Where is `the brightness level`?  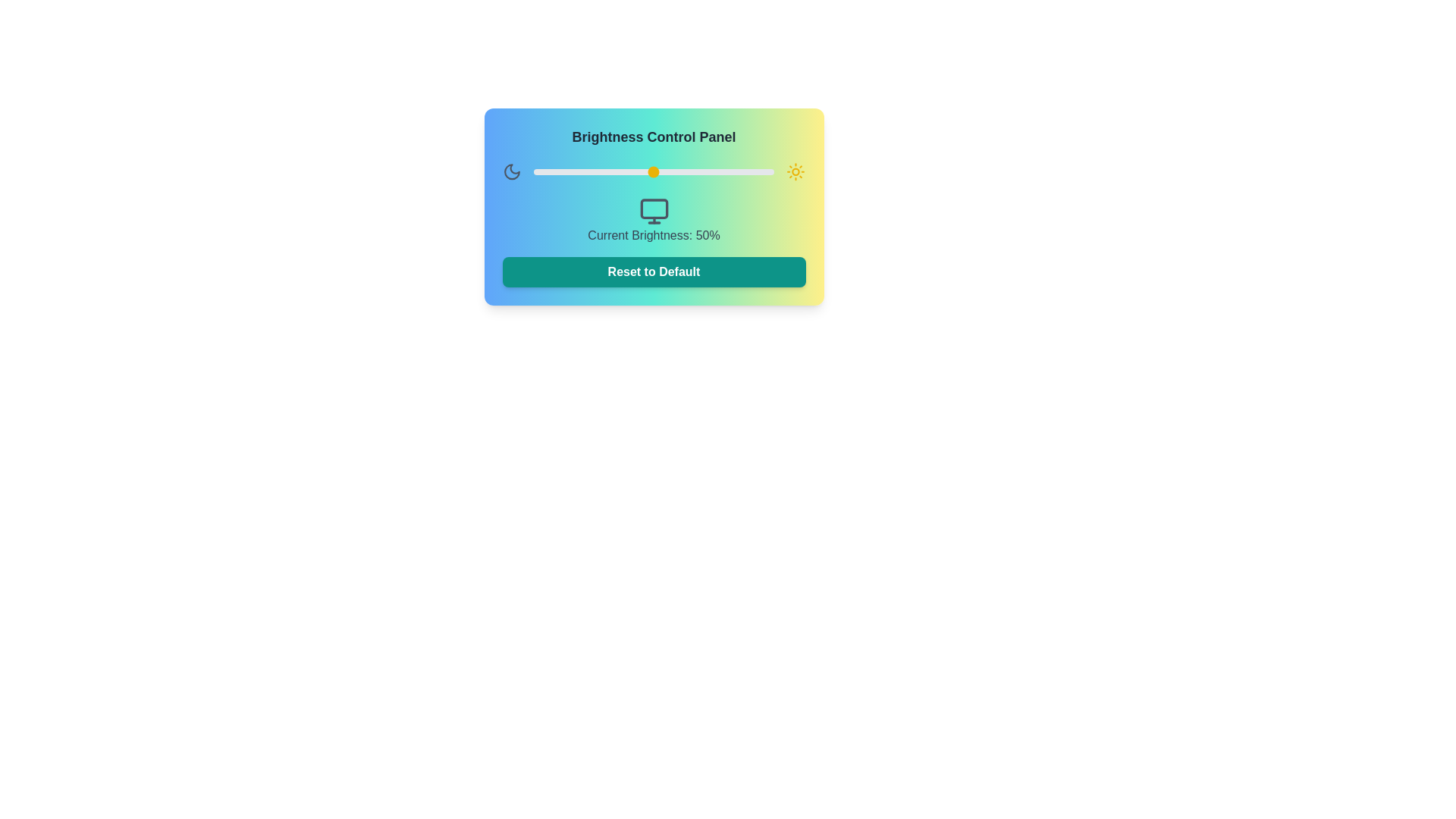
the brightness level is located at coordinates (585, 171).